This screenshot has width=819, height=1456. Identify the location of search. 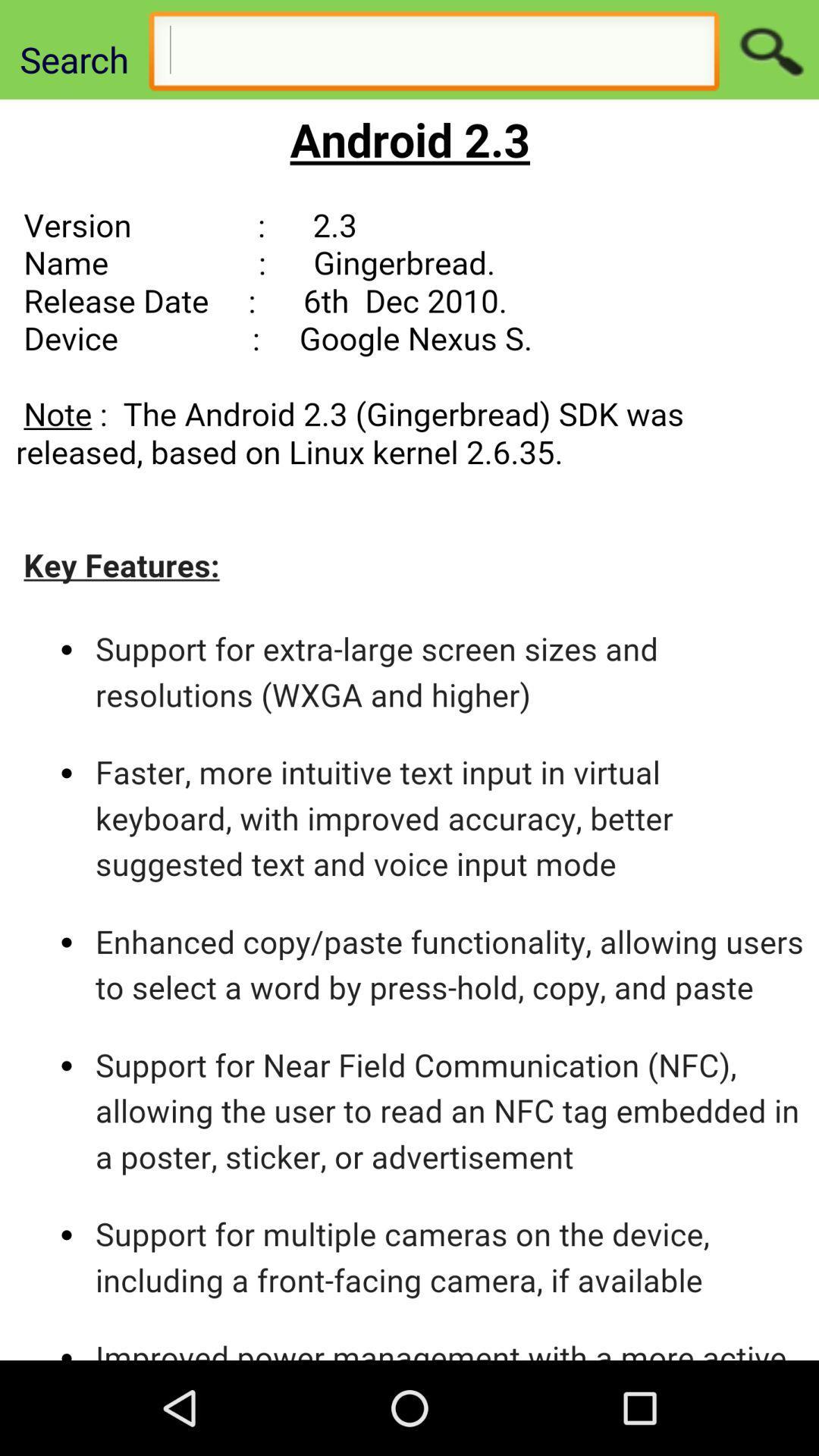
(769, 50).